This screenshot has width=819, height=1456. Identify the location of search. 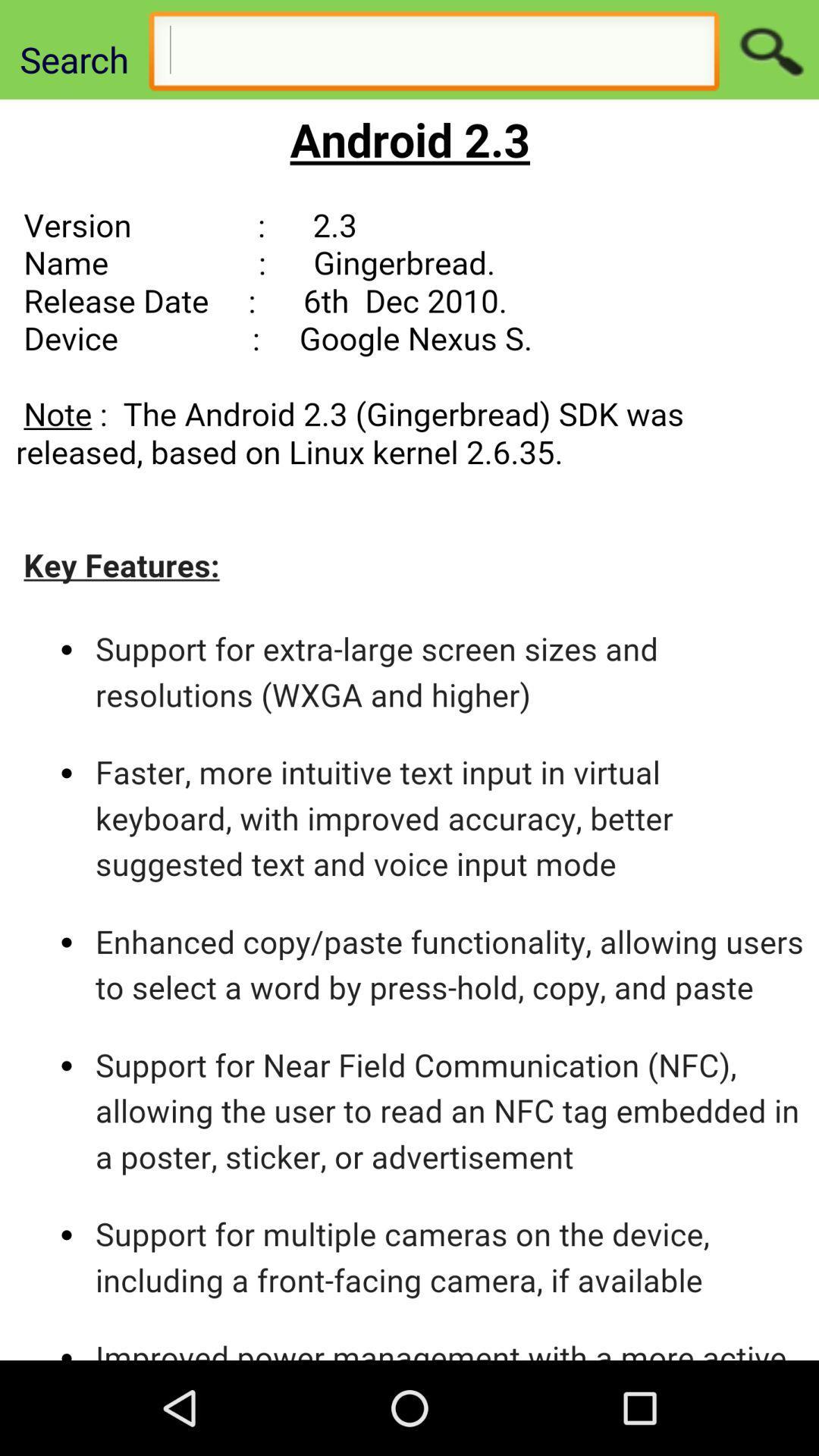
(769, 50).